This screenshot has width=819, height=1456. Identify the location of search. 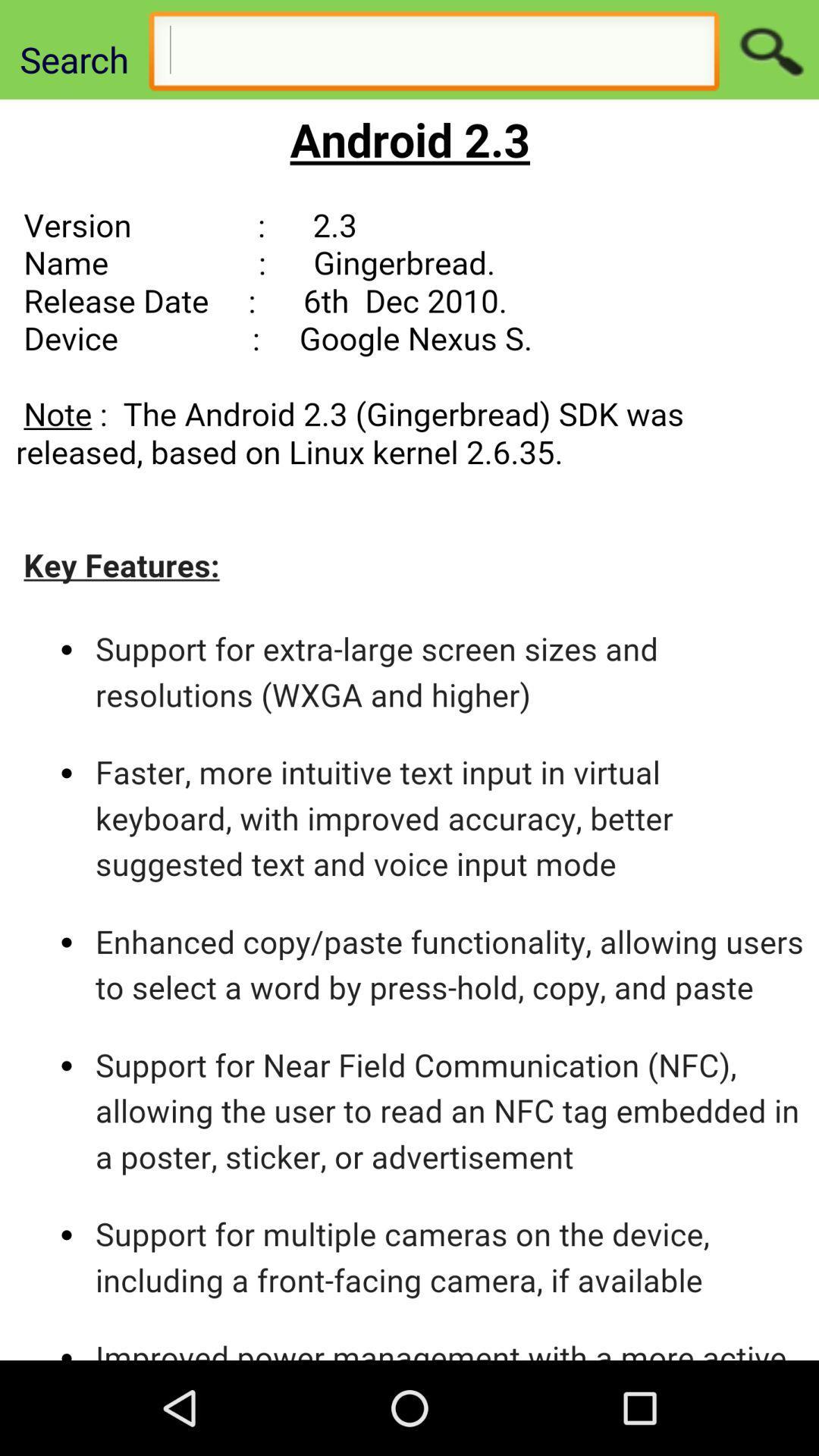
(769, 50).